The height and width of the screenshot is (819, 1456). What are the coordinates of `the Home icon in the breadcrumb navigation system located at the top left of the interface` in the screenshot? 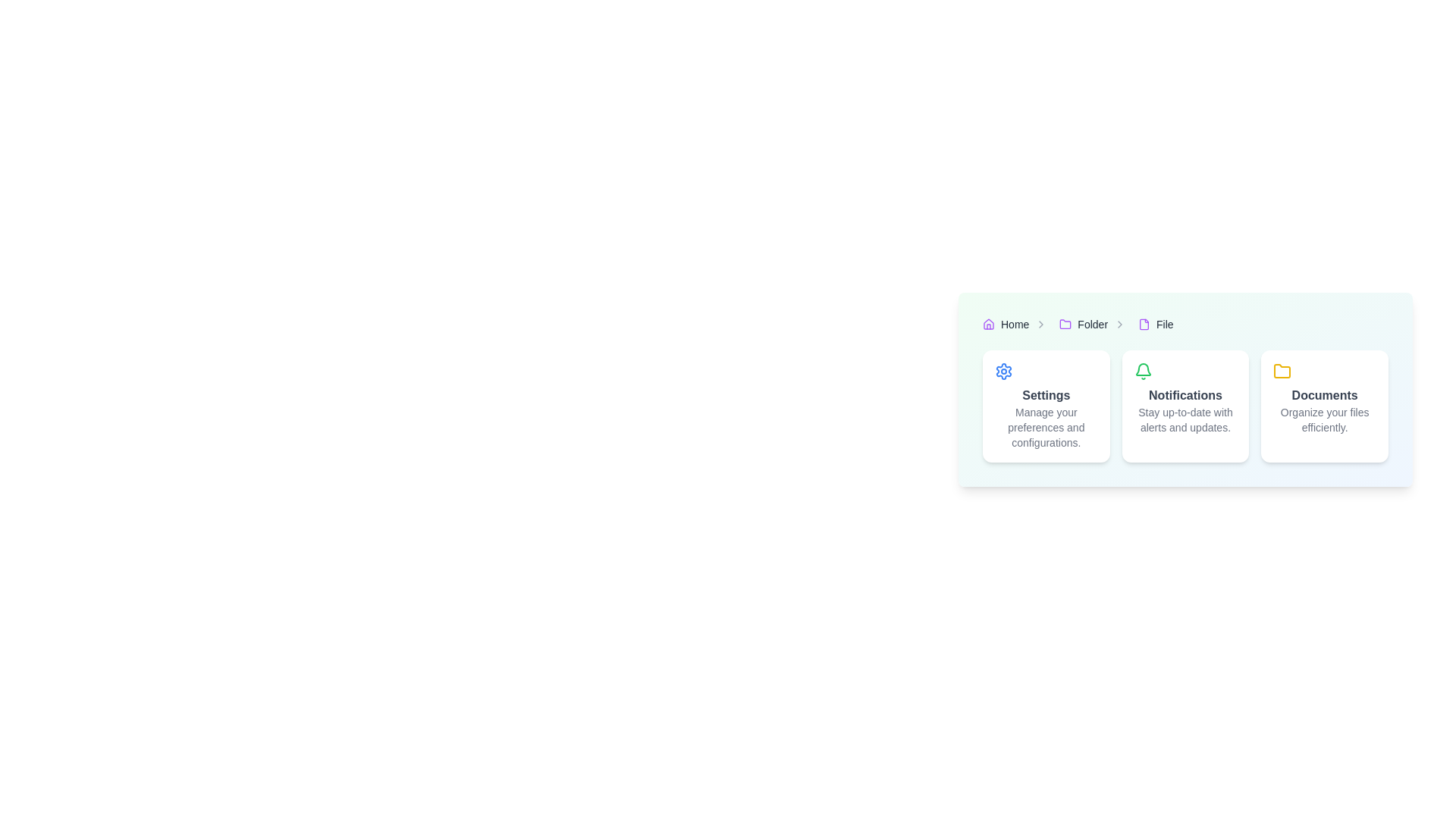 It's located at (989, 323).